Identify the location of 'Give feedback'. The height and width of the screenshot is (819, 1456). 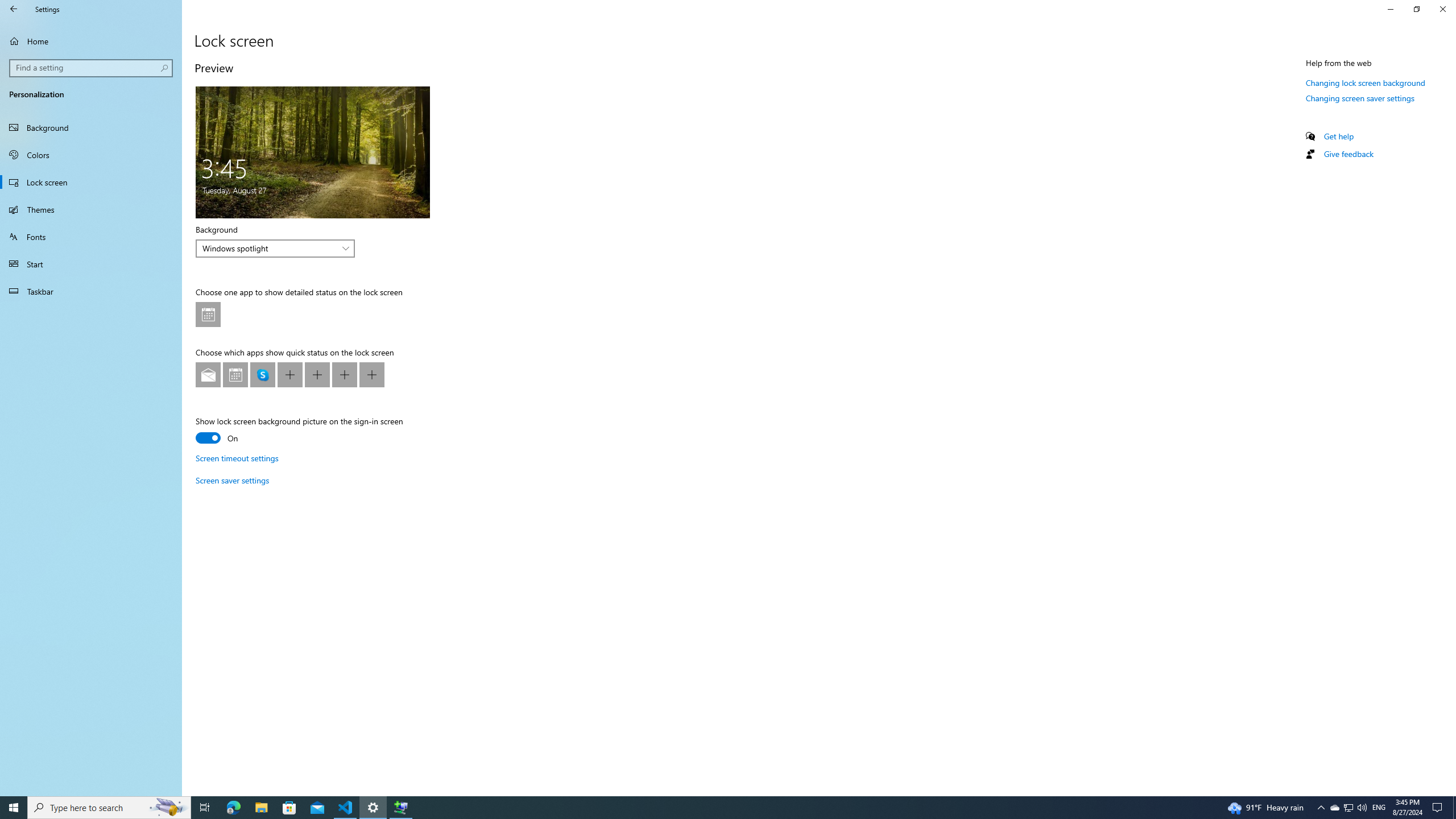
(1347, 153).